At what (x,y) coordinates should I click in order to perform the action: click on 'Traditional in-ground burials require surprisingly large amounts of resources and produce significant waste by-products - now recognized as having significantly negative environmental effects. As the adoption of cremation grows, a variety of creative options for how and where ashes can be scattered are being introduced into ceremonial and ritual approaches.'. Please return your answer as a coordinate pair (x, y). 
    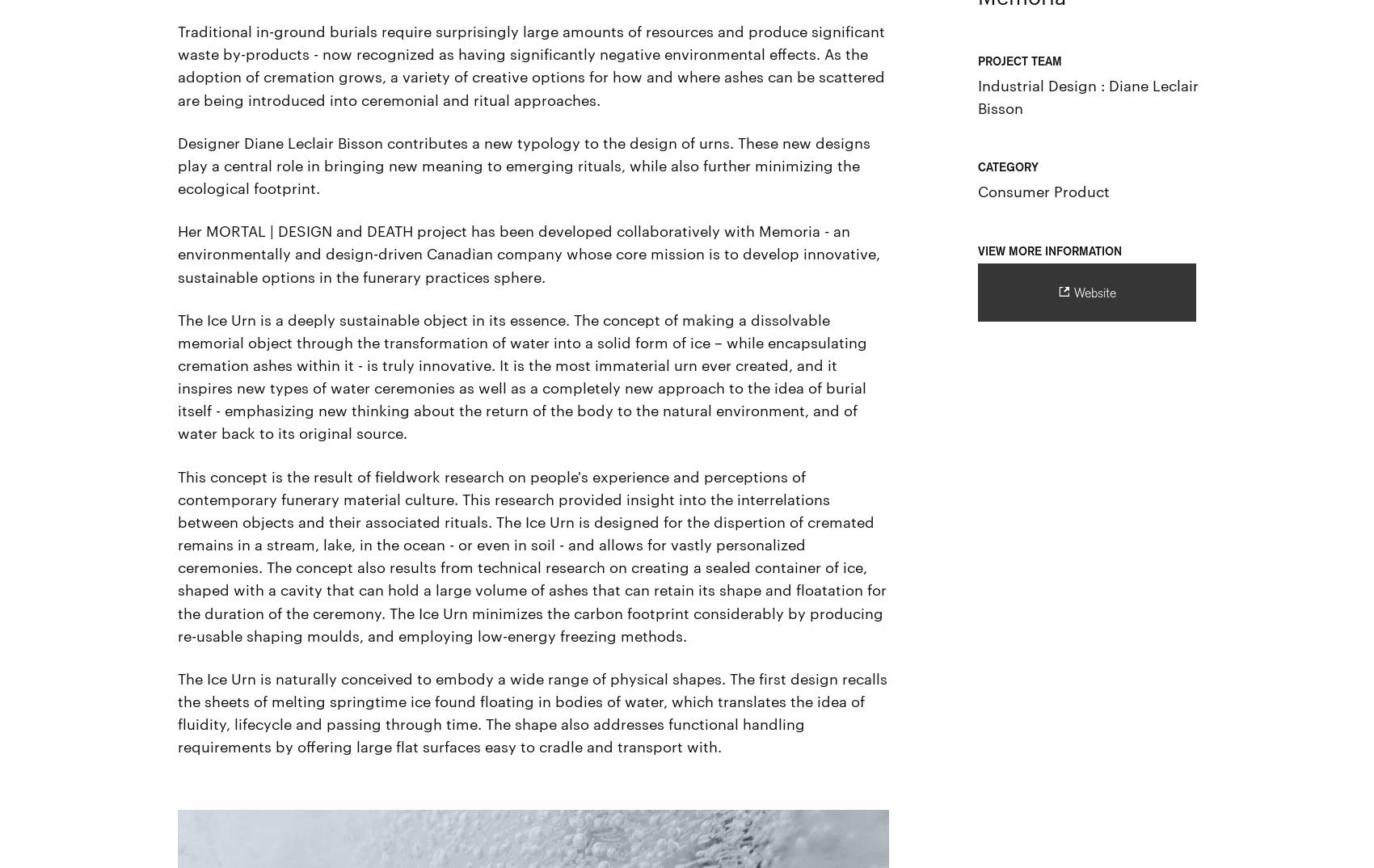
    Looking at the image, I should click on (533, 64).